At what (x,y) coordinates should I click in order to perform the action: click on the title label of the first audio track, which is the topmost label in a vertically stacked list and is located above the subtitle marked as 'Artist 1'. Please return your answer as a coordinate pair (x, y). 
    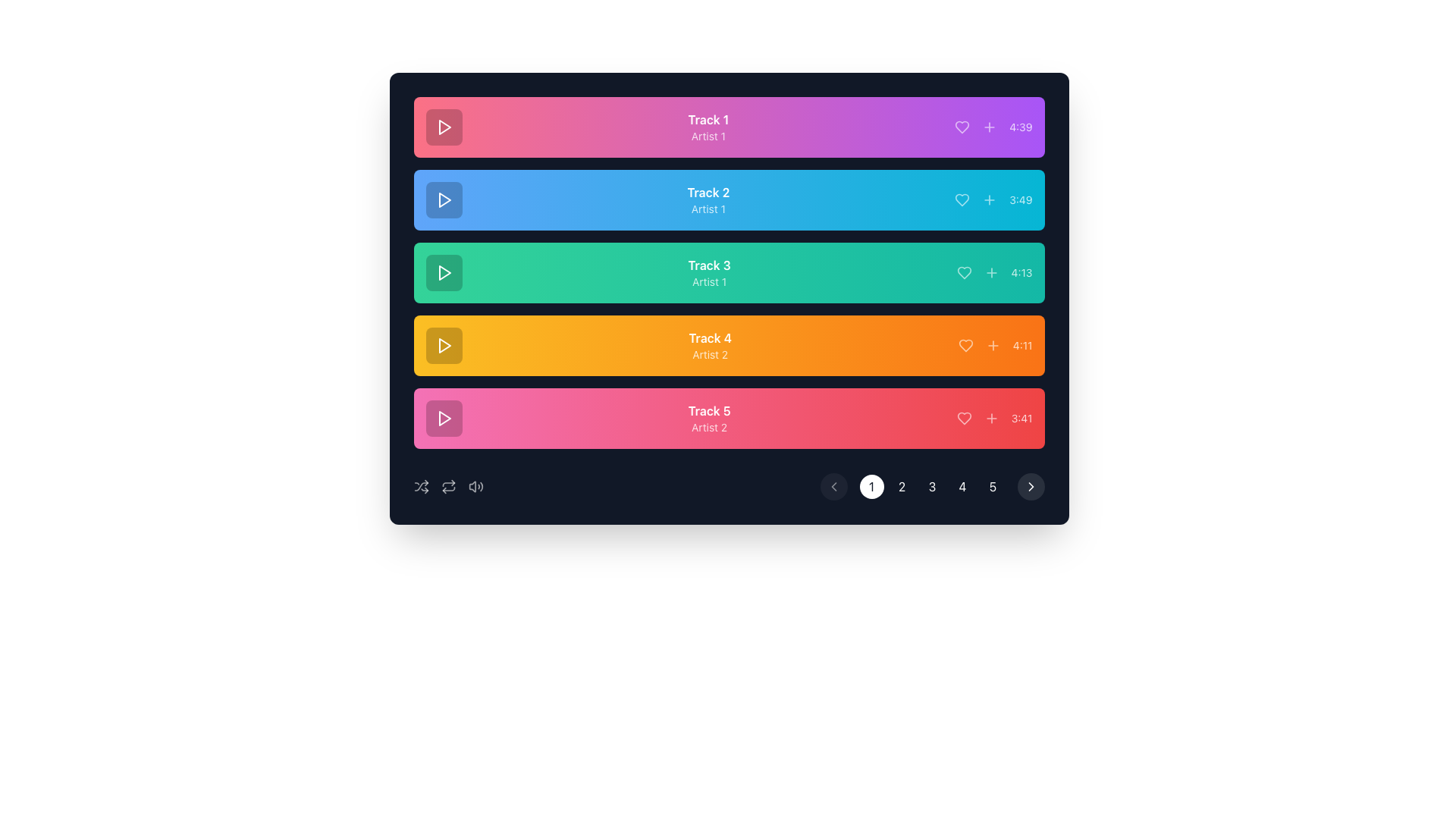
    Looking at the image, I should click on (708, 119).